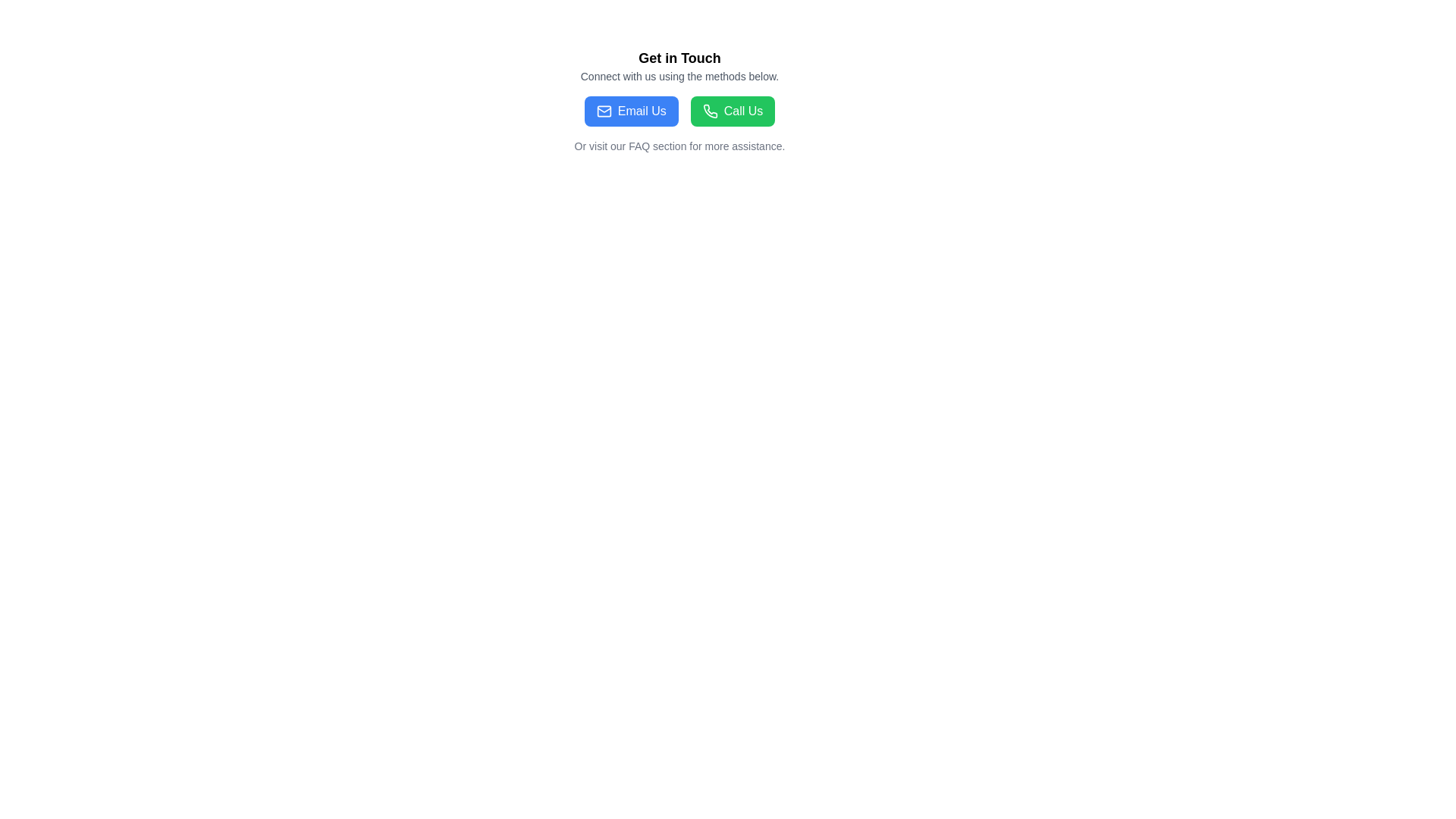 The image size is (1456, 819). Describe the element at coordinates (709, 110) in the screenshot. I see `the phone icon located to the left of the 'Call Us' button, which visually represents a phone-related action` at that location.